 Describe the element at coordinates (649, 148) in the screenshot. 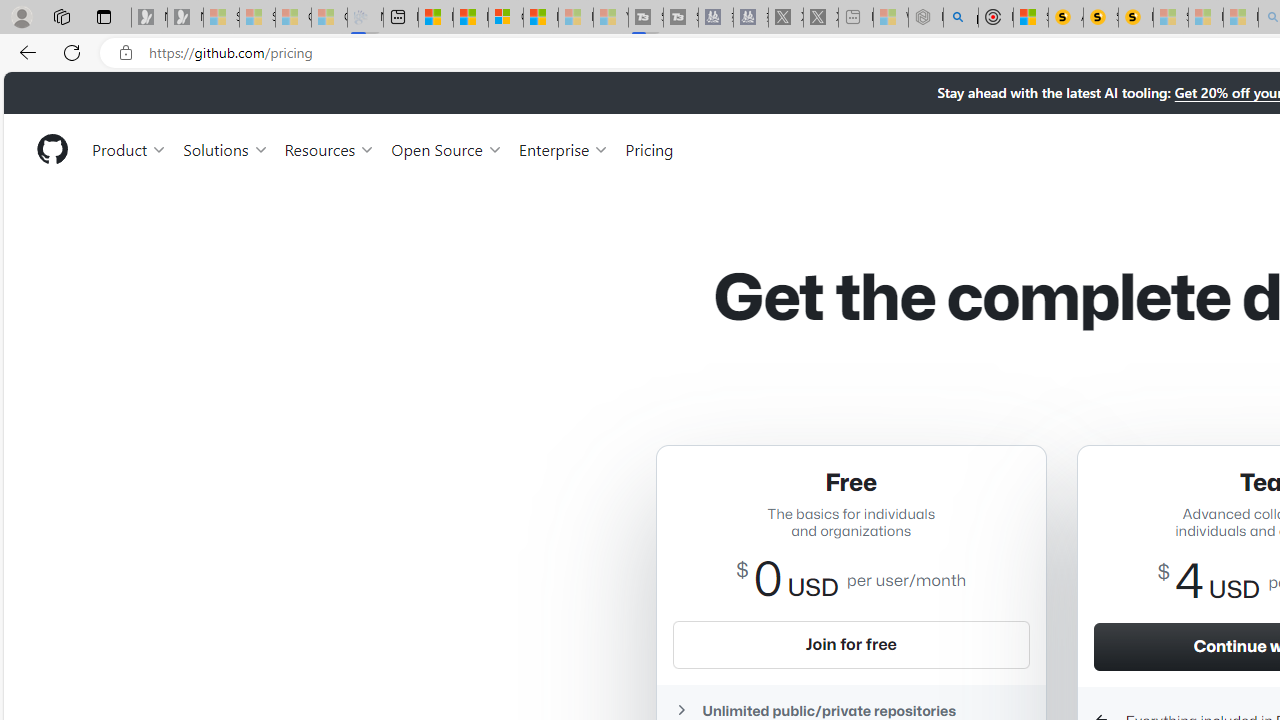

I see `'Pricing'` at that location.